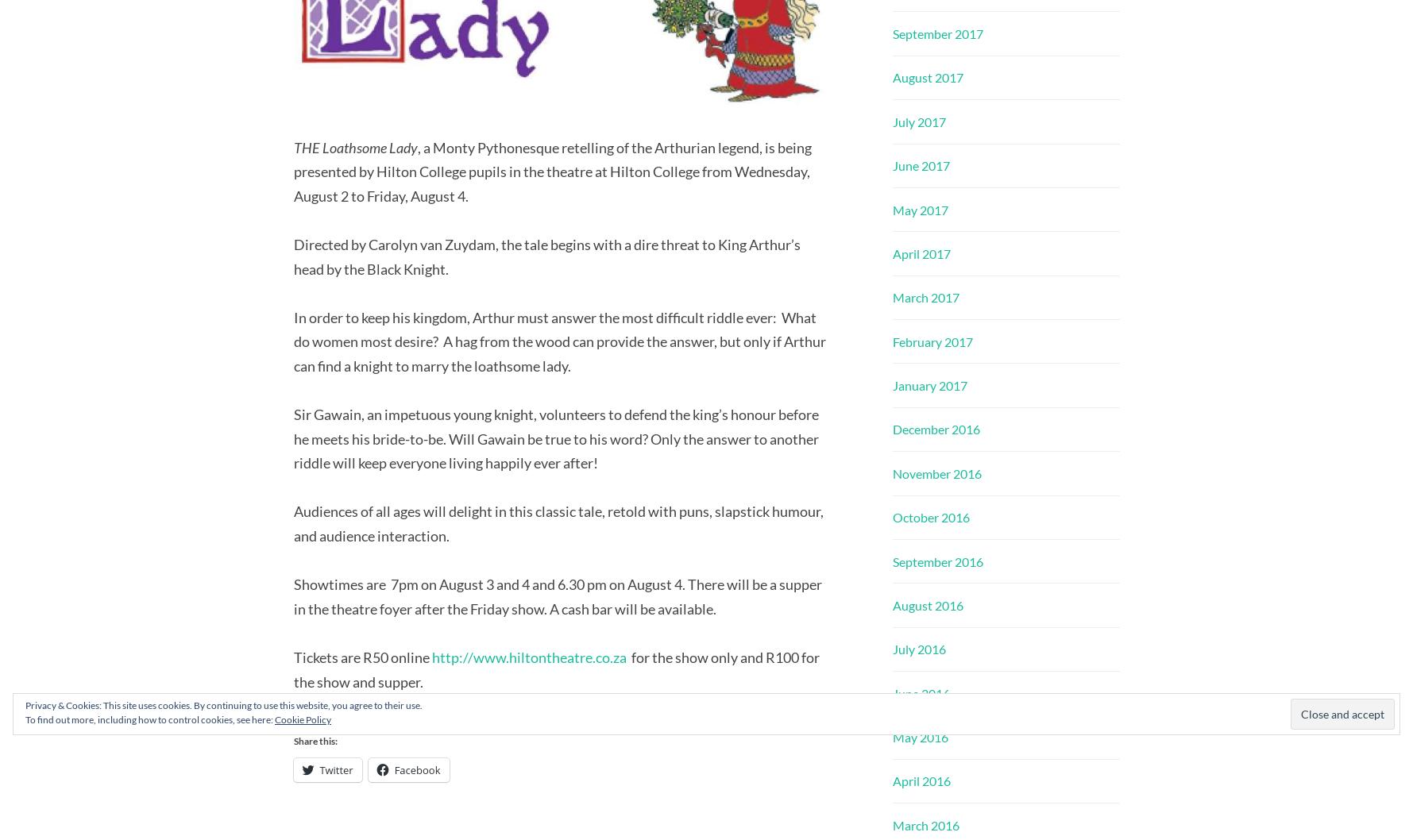 Image resolution: width=1413 pixels, height=840 pixels. Describe the element at coordinates (149, 719) in the screenshot. I see `'To find out more, including how to control cookies, see here:'` at that location.